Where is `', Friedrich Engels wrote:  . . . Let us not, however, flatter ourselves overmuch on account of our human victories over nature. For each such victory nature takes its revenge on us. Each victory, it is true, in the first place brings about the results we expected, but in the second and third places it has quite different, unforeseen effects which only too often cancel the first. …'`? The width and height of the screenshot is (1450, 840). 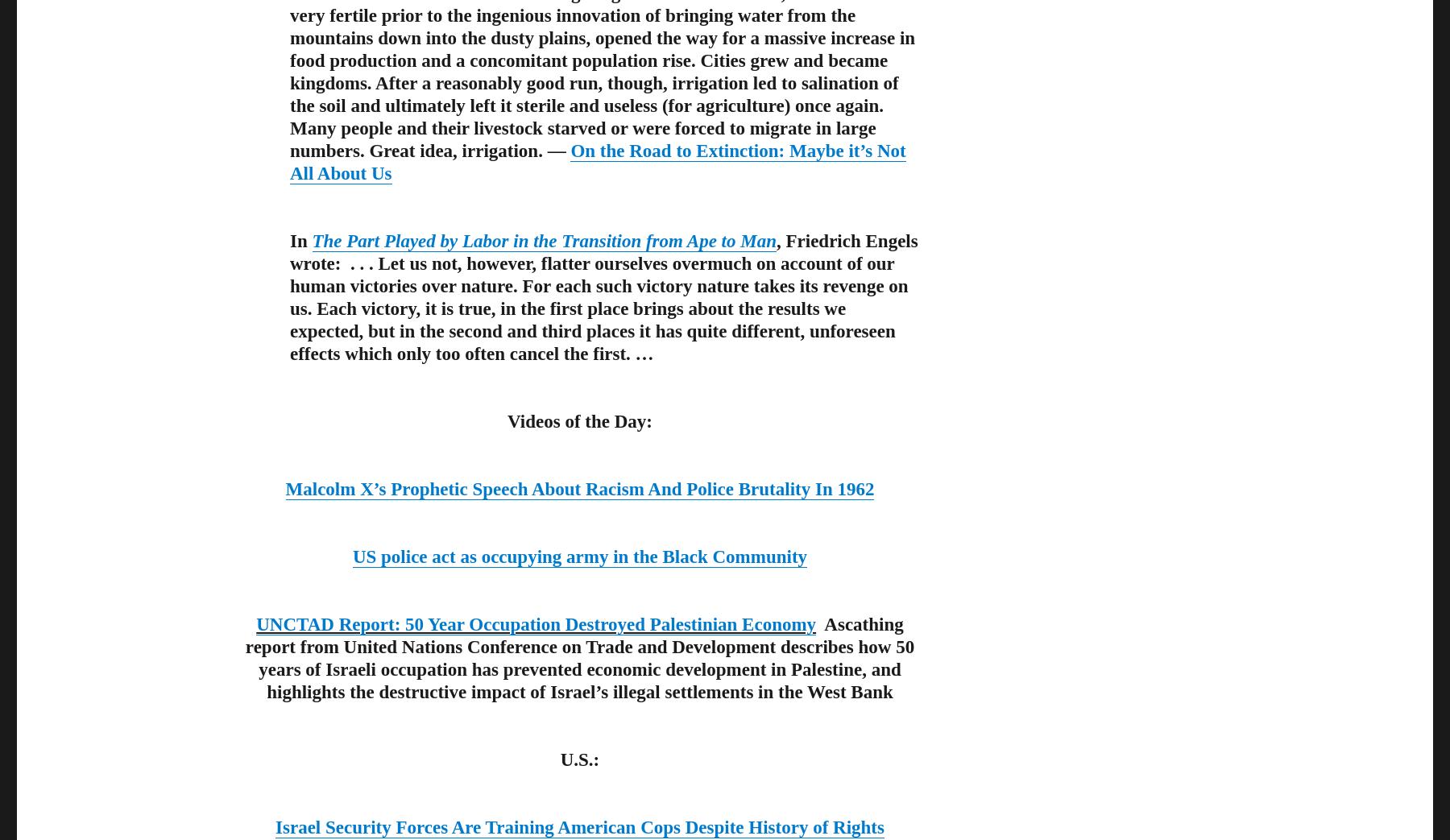 ', Friedrich Engels wrote:  . . . Let us not, however, flatter ourselves overmuch on account of our human victories over nature. For each such victory nature takes its revenge on us. Each victory, it is true, in the first place brings about the results we expected, but in the second and third places it has quite different, unforeseen effects which only too often cancel the first. …' is located at coordinates (603, 296).